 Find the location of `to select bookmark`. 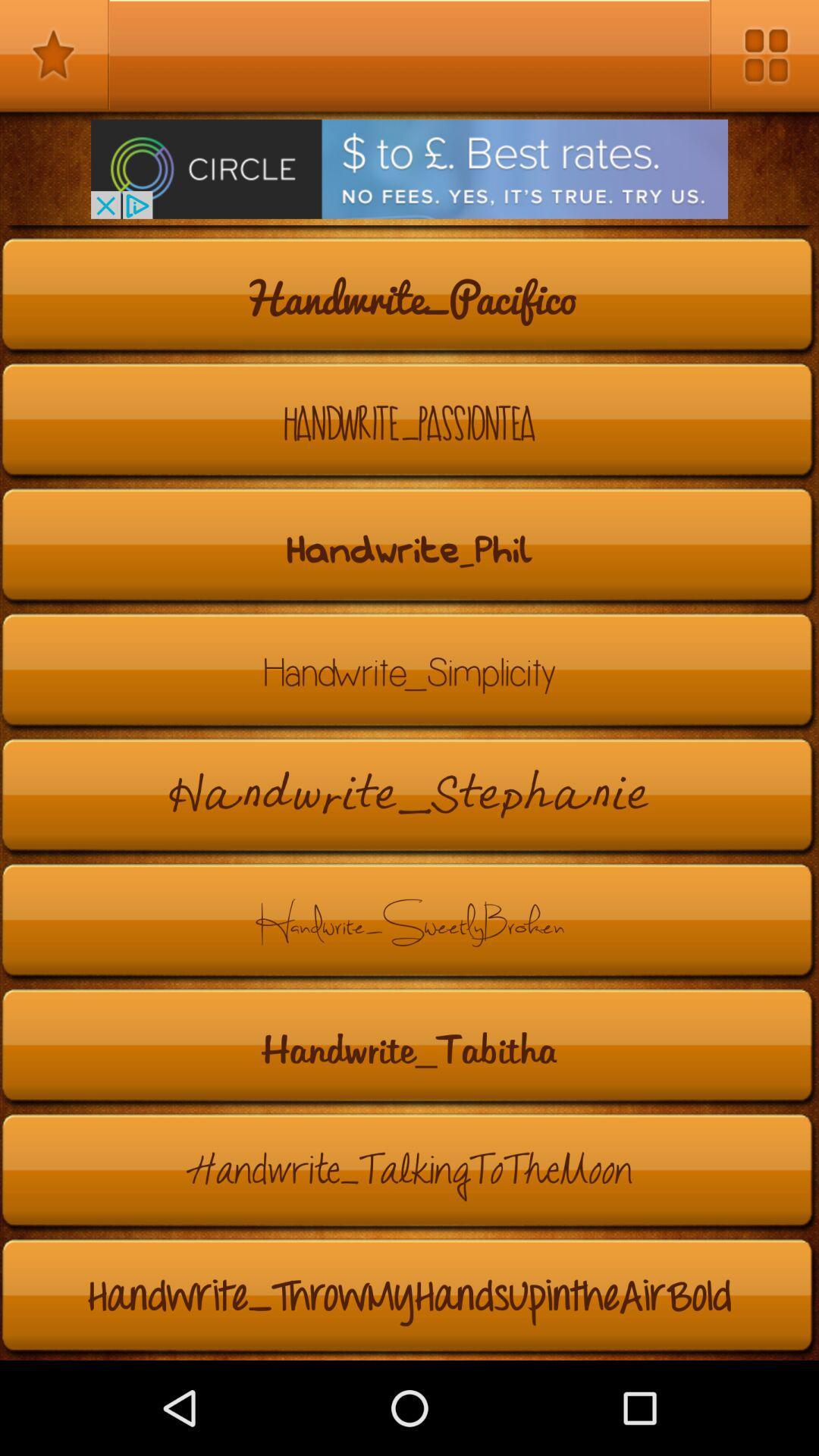

to select bookmark is located at coordinates (54, 55).